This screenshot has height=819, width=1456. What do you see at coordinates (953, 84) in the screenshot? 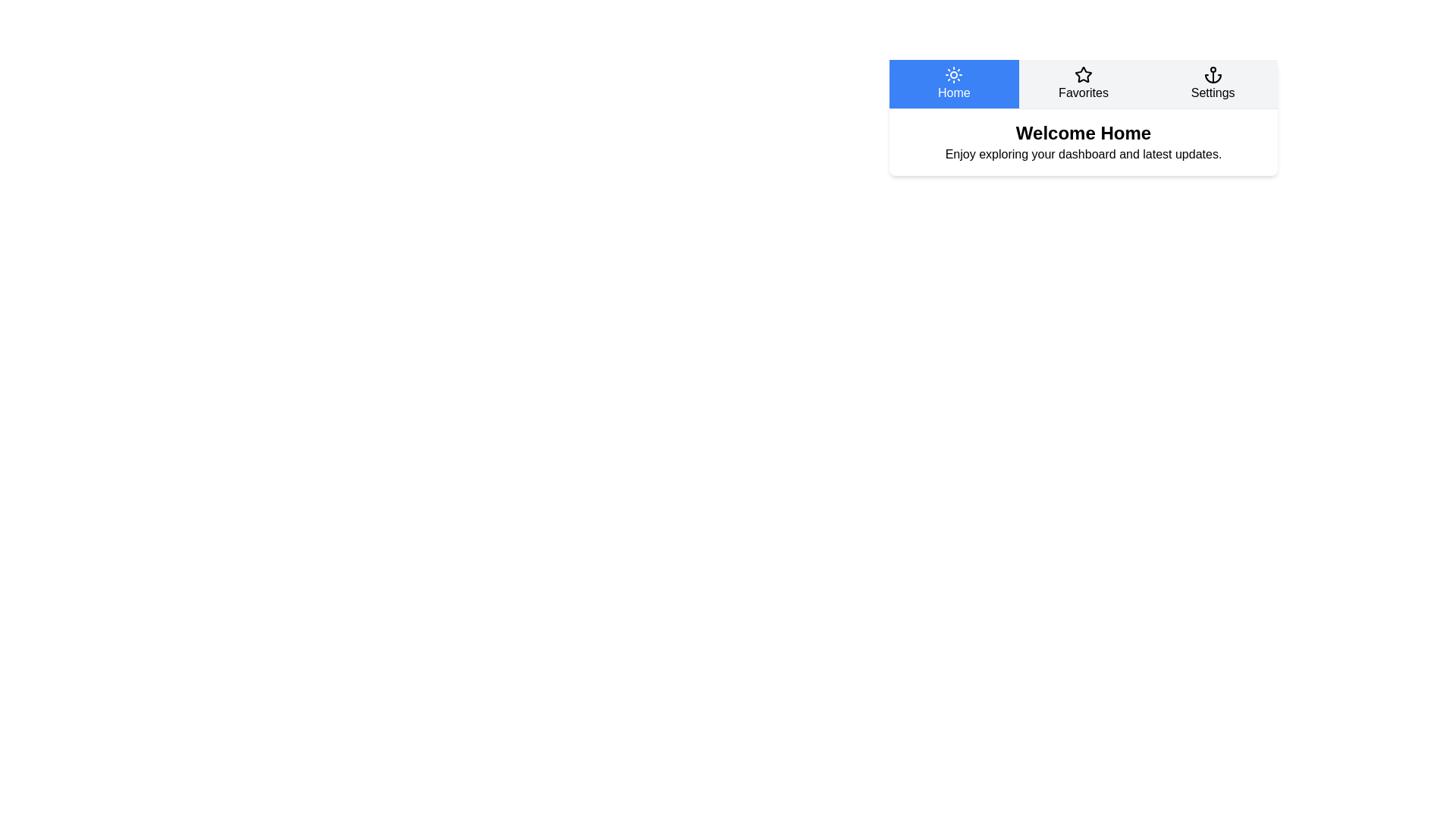
I see `the Home tab to switch to its content` at bounding box center [953, 84].